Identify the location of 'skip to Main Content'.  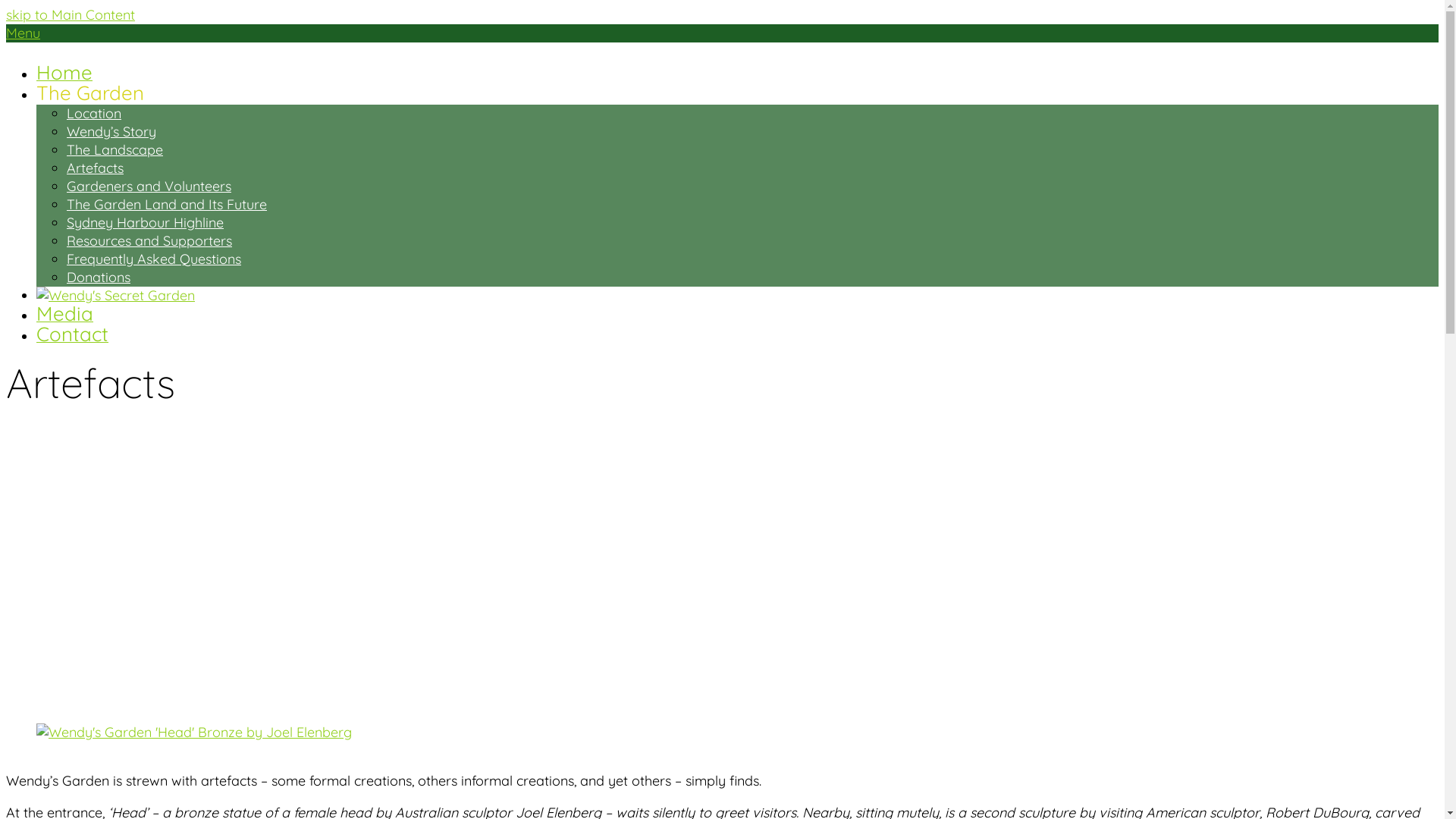
(6, 14).